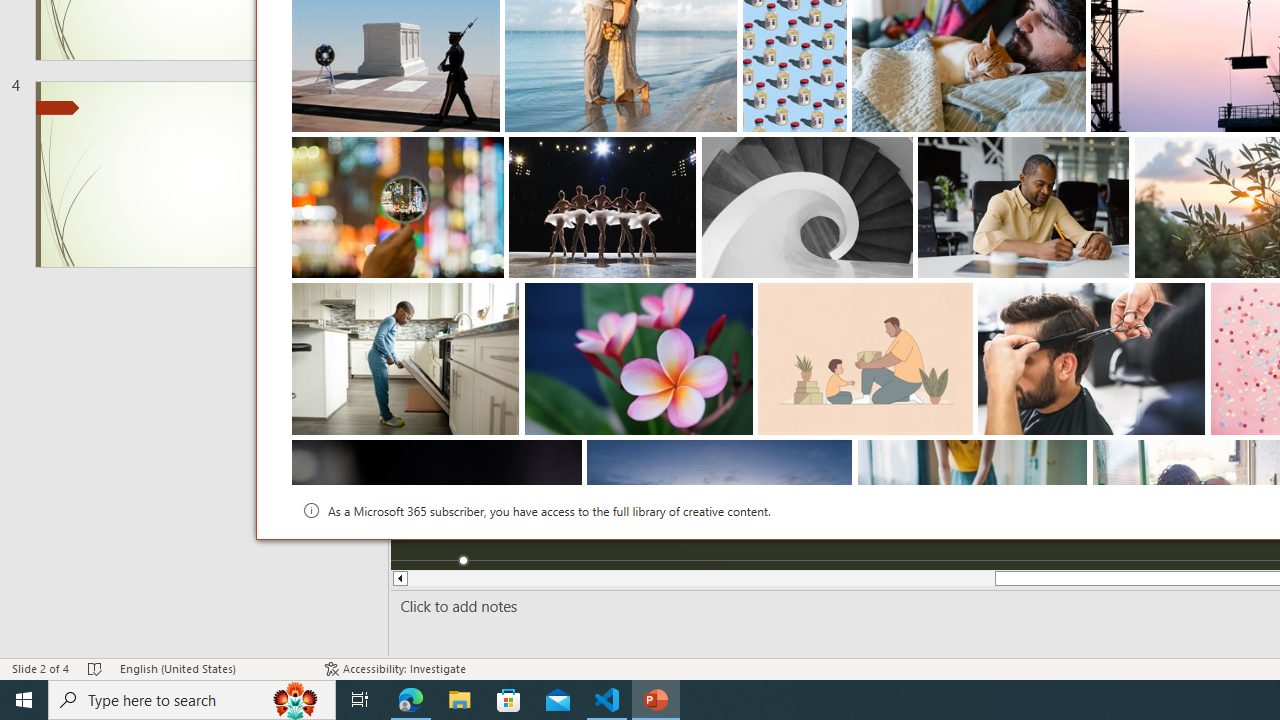  What do you see at coordinates (95, 669) in the screenshot?
I see `'Spell Check No Errors'` at bounding box center [95, 669].